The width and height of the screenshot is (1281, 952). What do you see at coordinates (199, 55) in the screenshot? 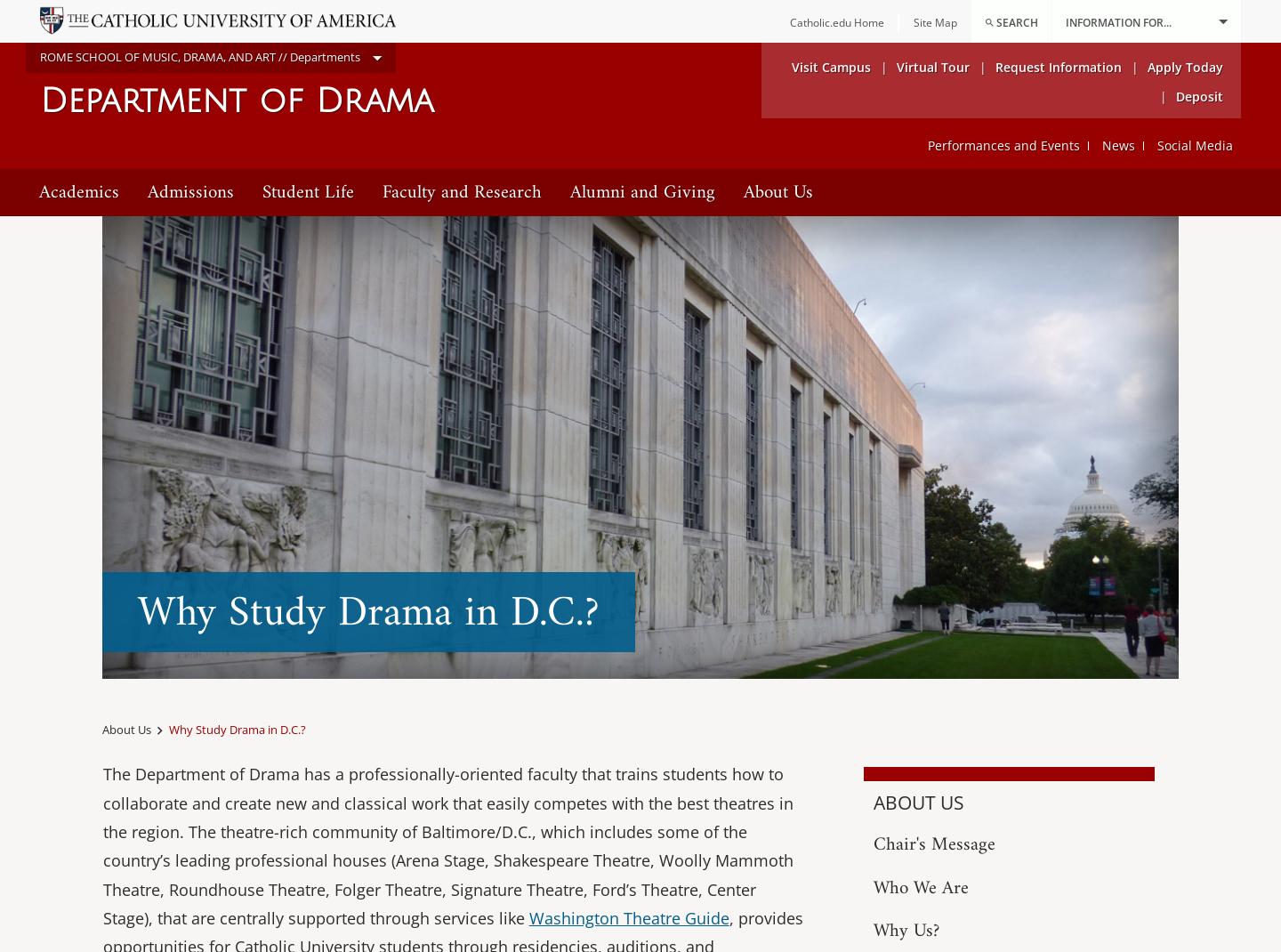
I see `'ROME SCHOOL OF MUSIC, DRAMA, AND ART
										    					        // 
					        					            Departments'` at bounding box center [199, 55].